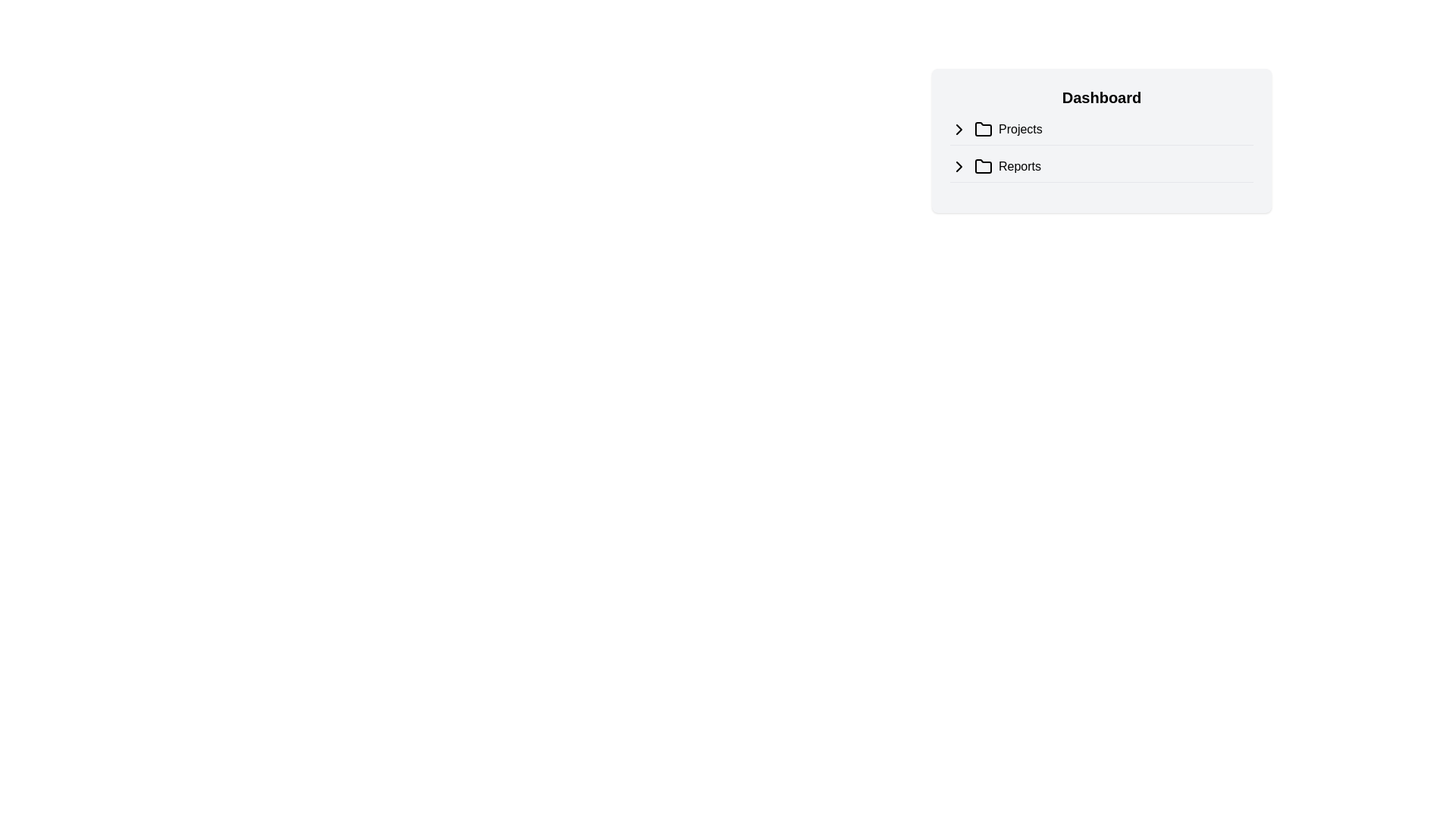 Image resolution: width=1456 pixels, height=819 pixels. What do you see at coordinates (1102, 166) in the screenshot?
I see `the second item in the group under the 'Dashboard' section, which navigates to the 'Reports' section` at bounding box center [1102, 166].